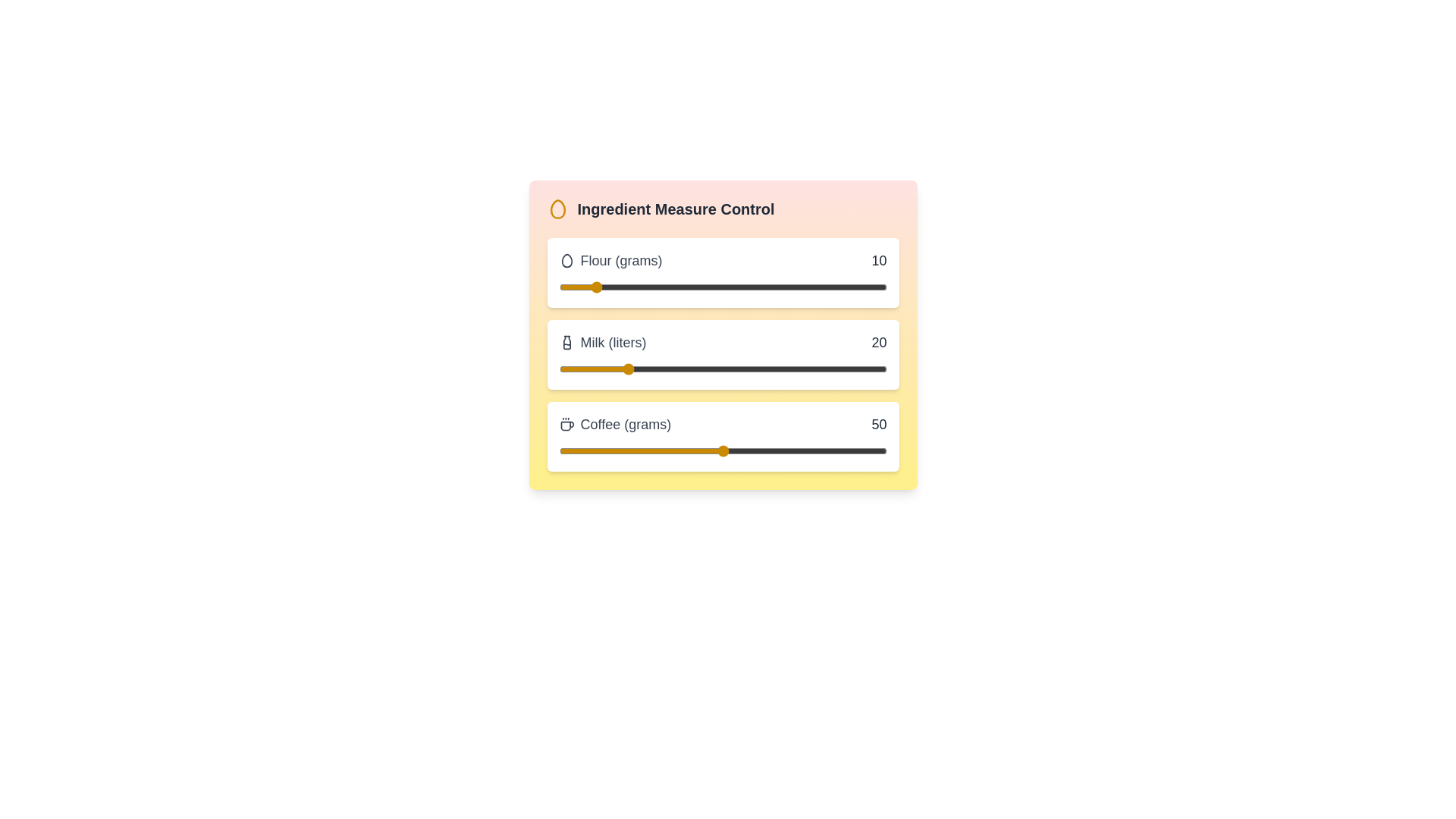  What do you see at coordinates (807, 369) in the screenshot?
I see `the milk quantity` at bounding box center [807, 369].